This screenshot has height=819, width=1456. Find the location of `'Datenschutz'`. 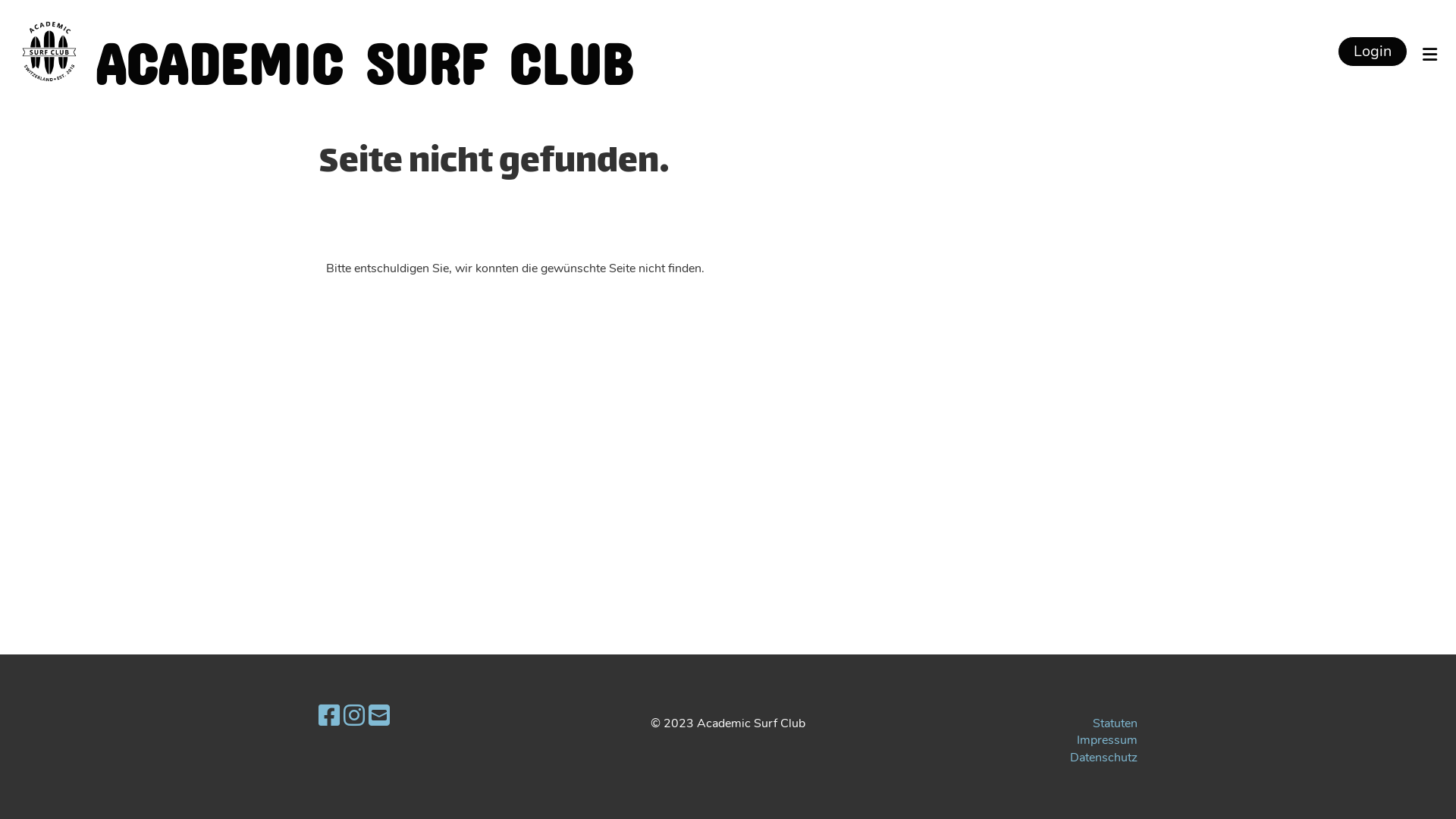

'Datenschutz' is located at coordinates (1103, 758).